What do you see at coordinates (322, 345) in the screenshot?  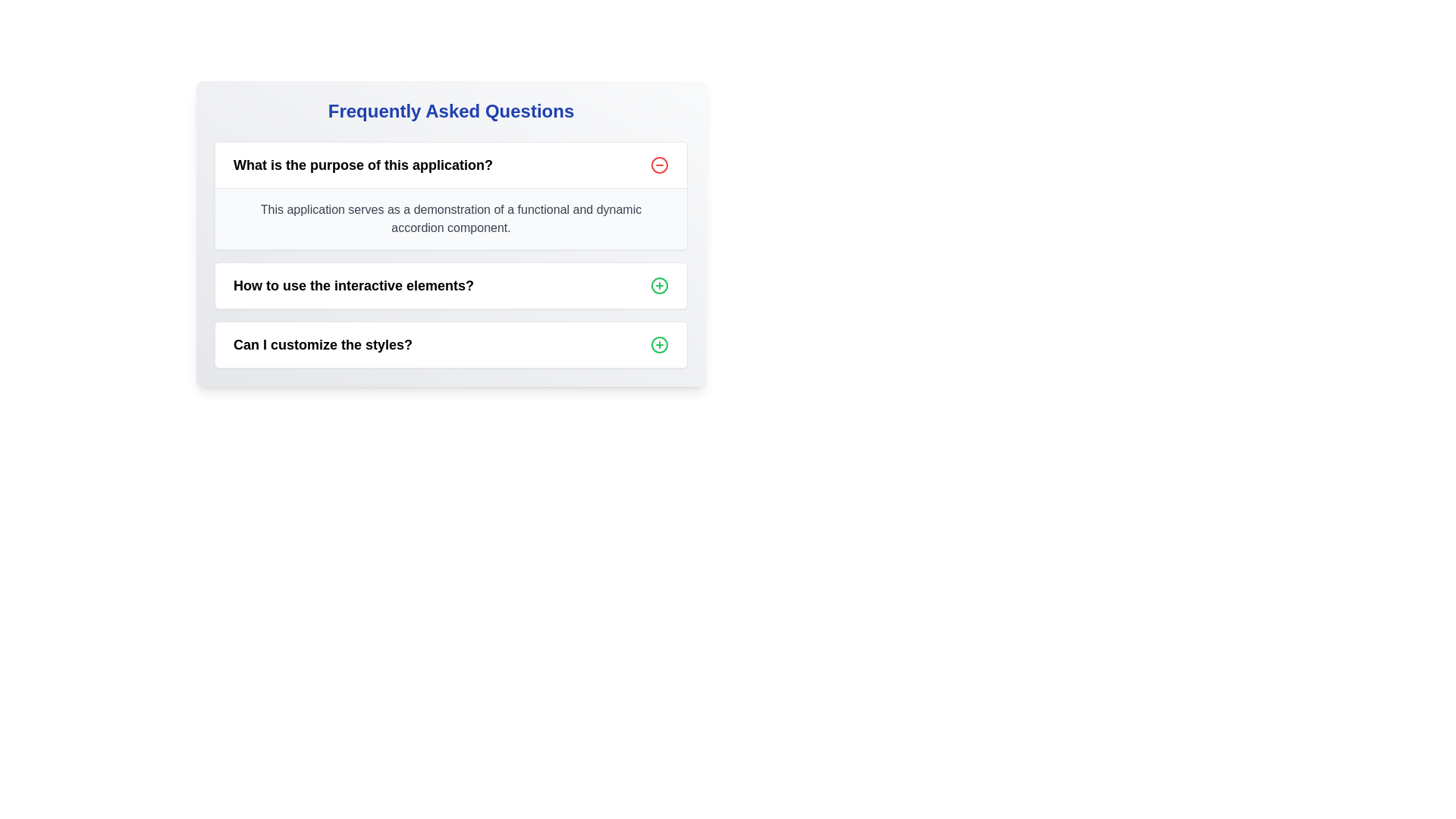 I see `the text element that displays 'Can I customize the styles?' which is the third question` at bounding box center [322, 345].